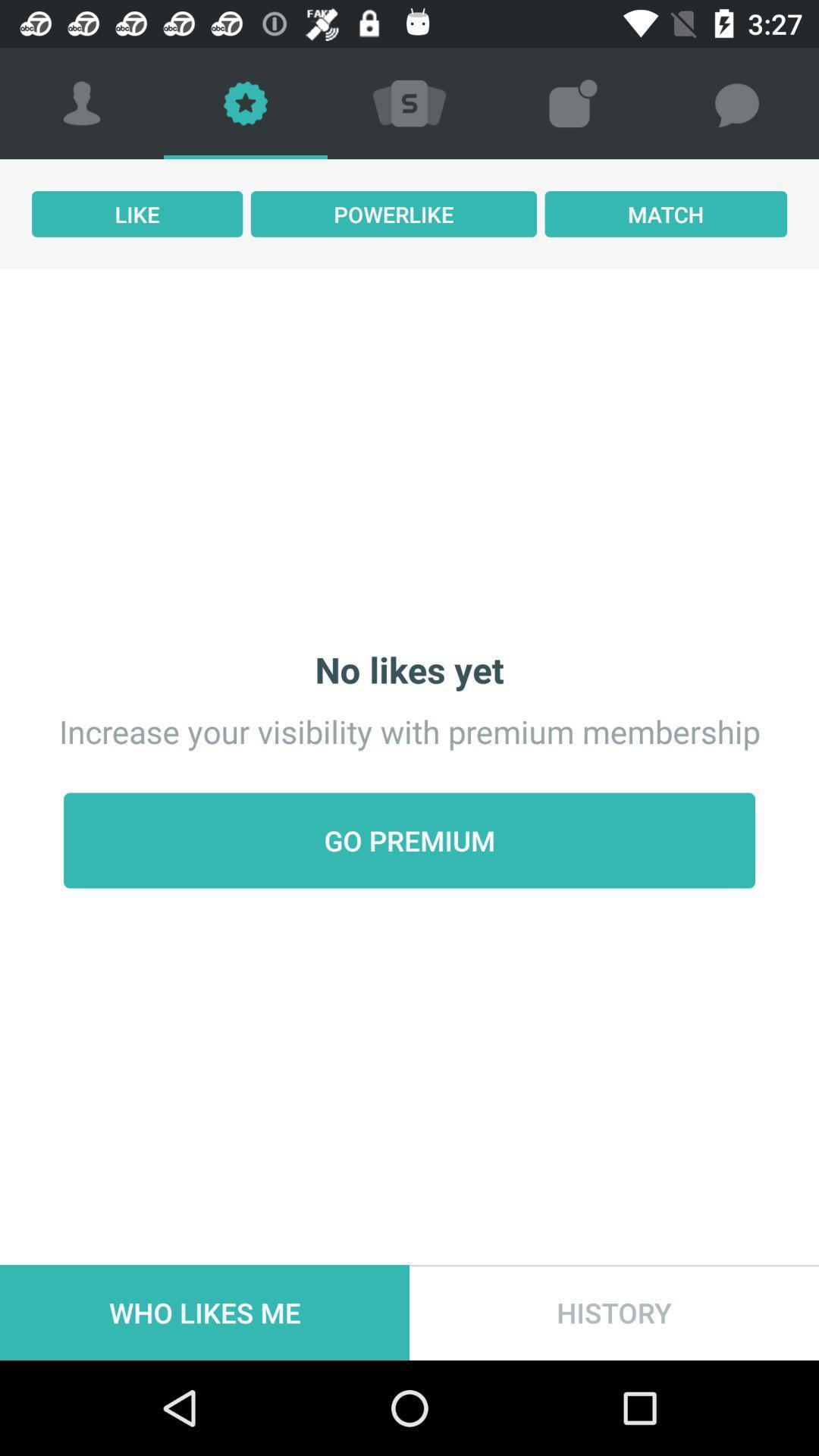  Describe the element at coordinates (409, 839) in the screenshot. I see `go premium item` at that location.